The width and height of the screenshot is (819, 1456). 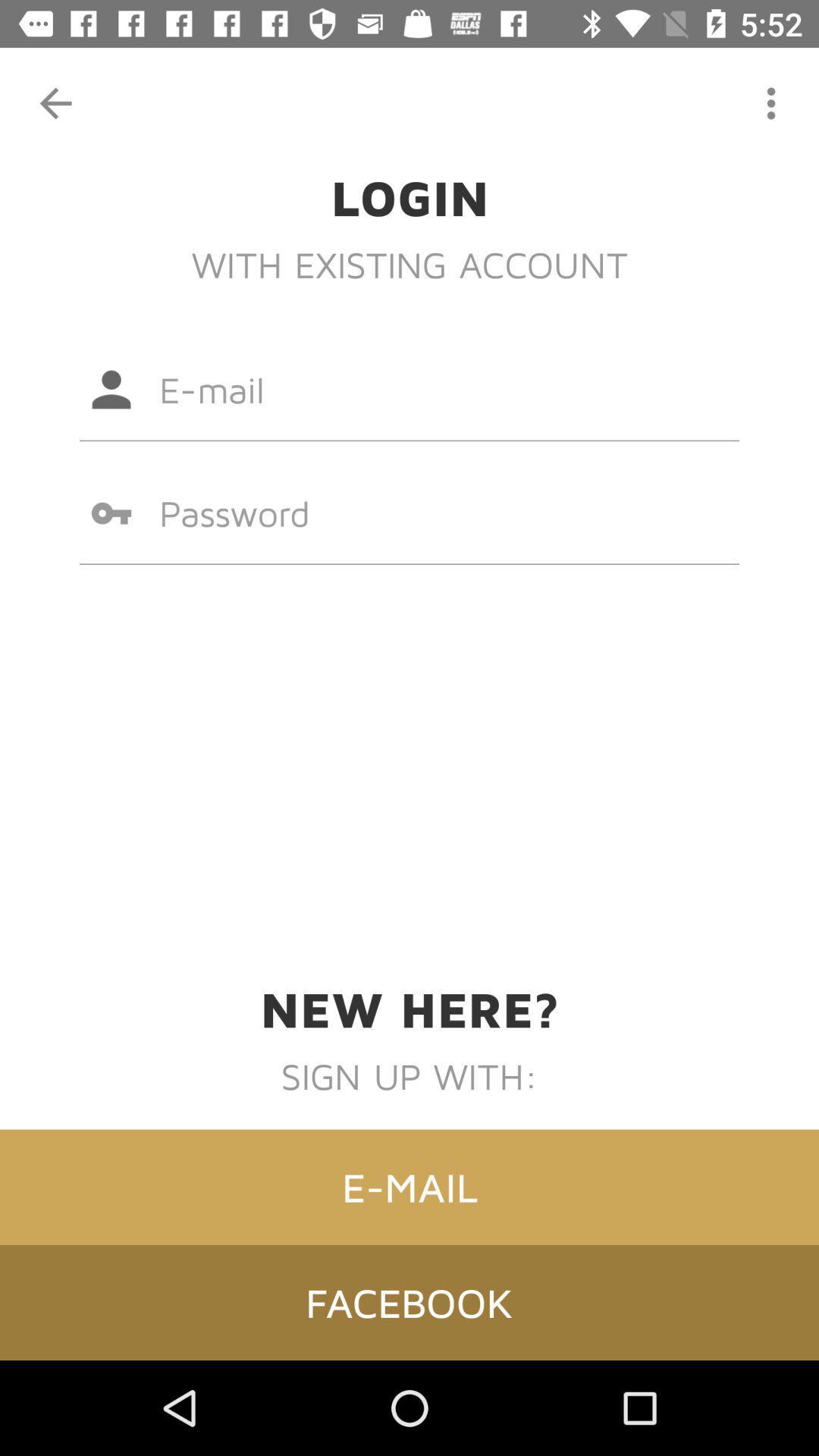 What do you see at coordinates (409, 1186) in the screenshot?
I see `e-mail` at bounding box center [409, 1186].